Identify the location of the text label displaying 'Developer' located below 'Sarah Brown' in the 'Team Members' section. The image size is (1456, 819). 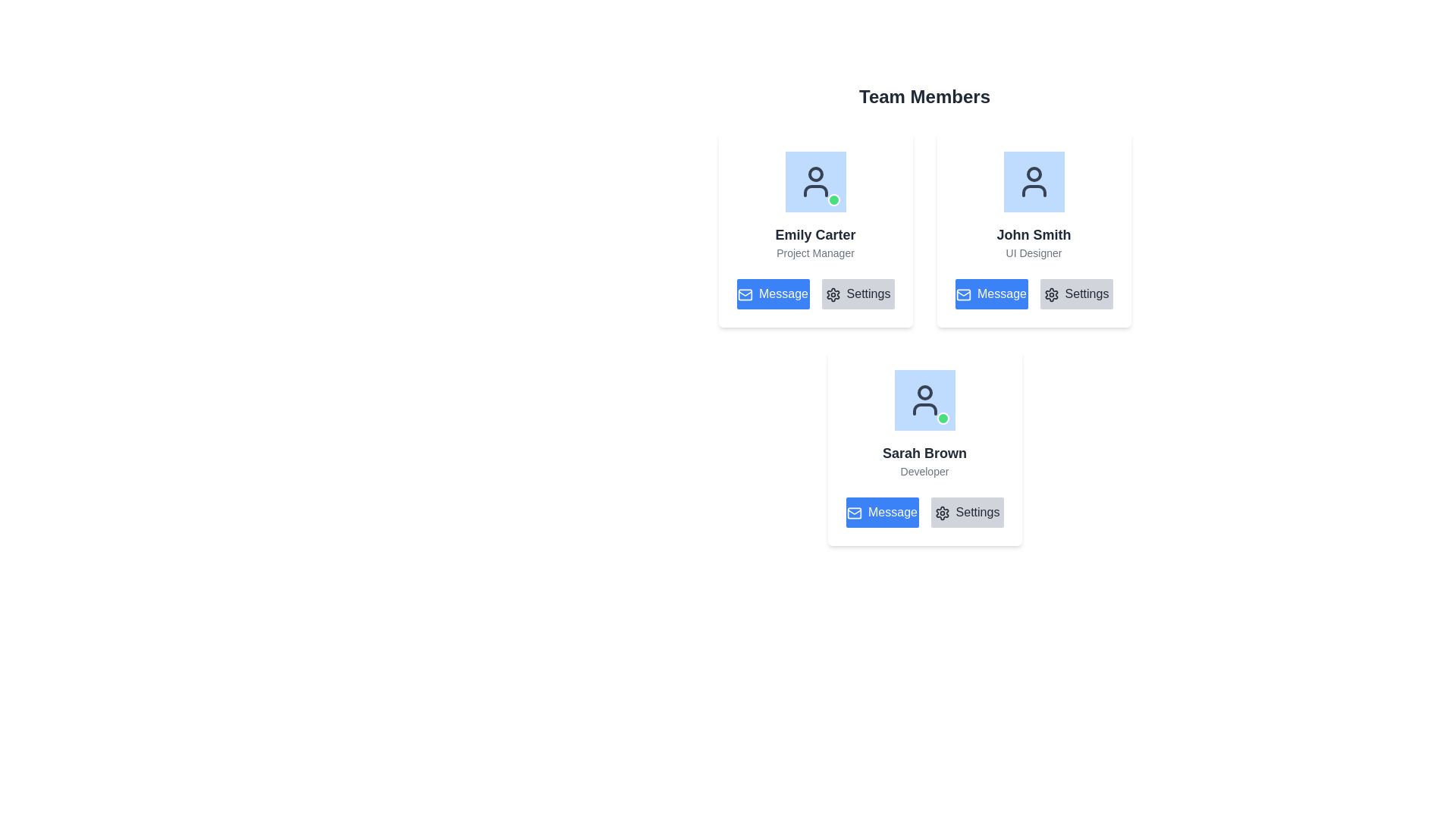
(924, 470).